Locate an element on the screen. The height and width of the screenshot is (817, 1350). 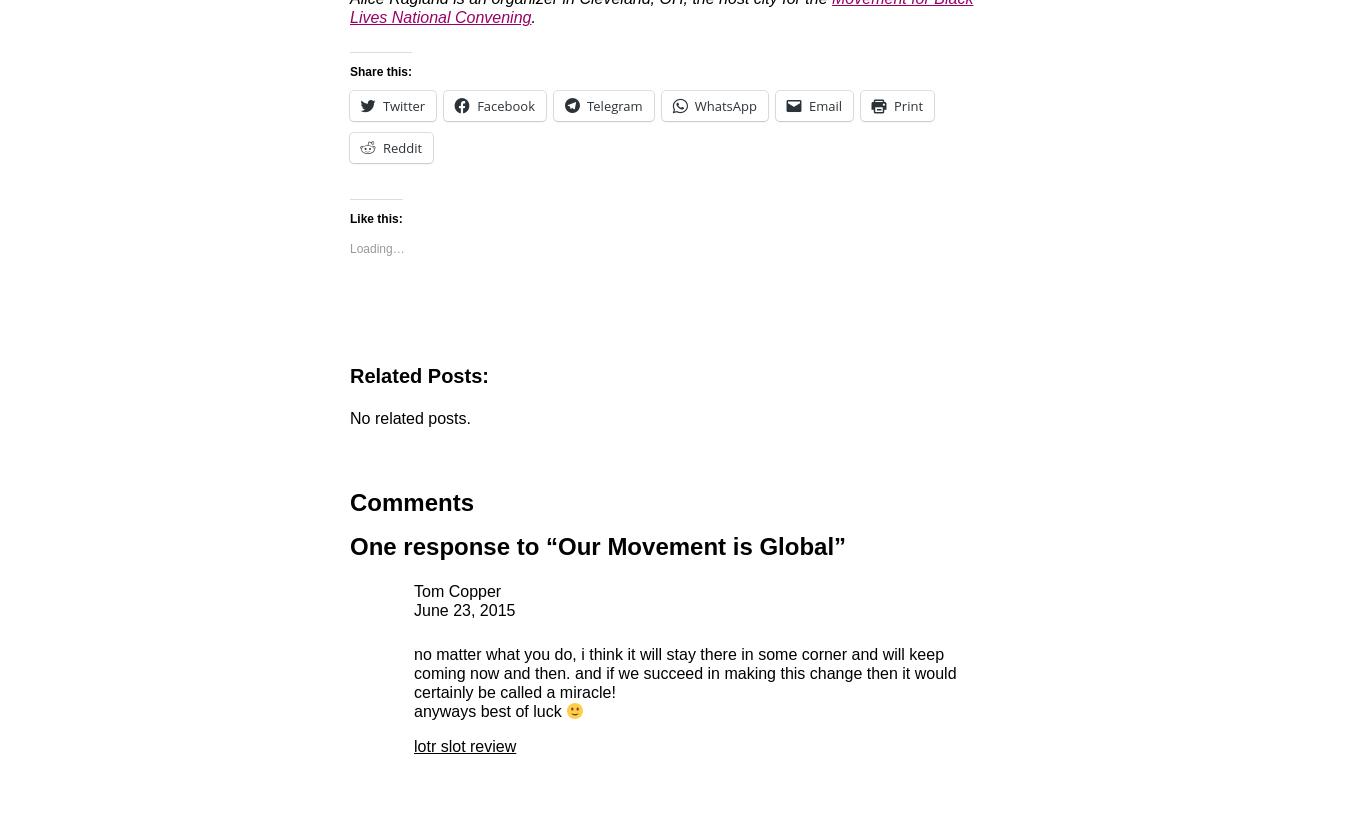
'Print' is located at coordinates (907, 105).